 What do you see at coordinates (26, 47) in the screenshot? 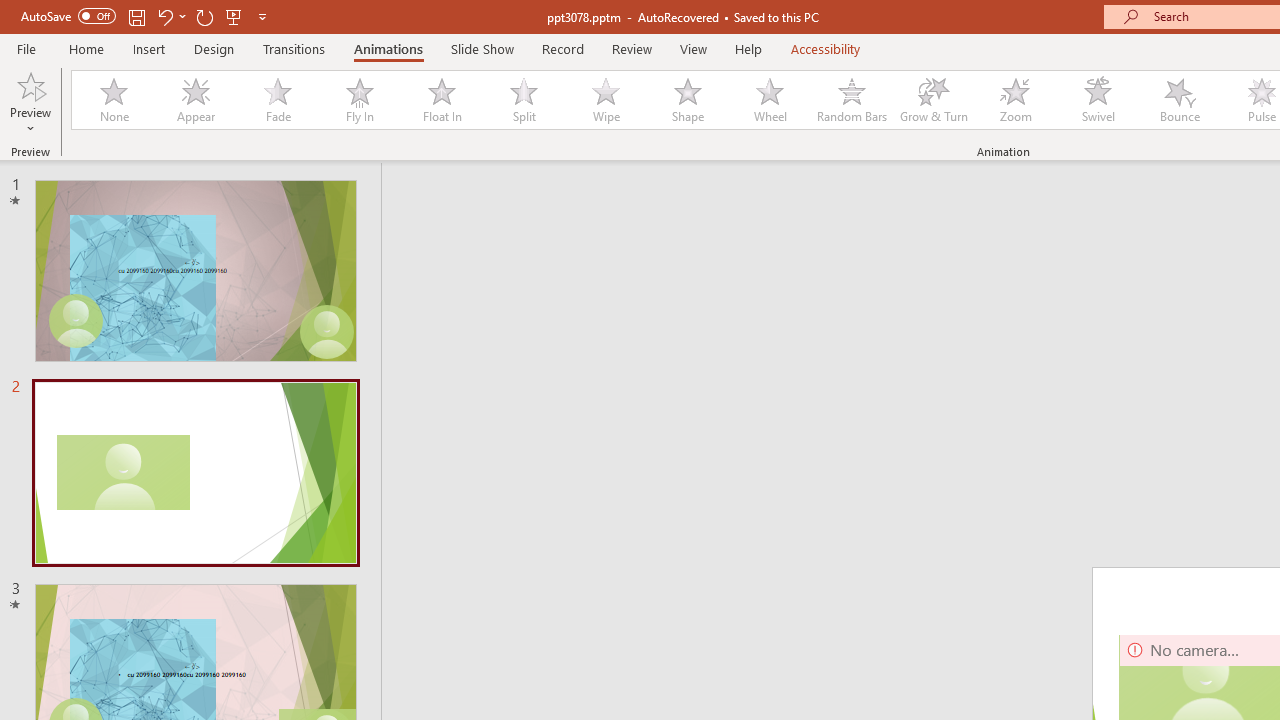
I see `'File Tab'` at bounding box center [26, 47].